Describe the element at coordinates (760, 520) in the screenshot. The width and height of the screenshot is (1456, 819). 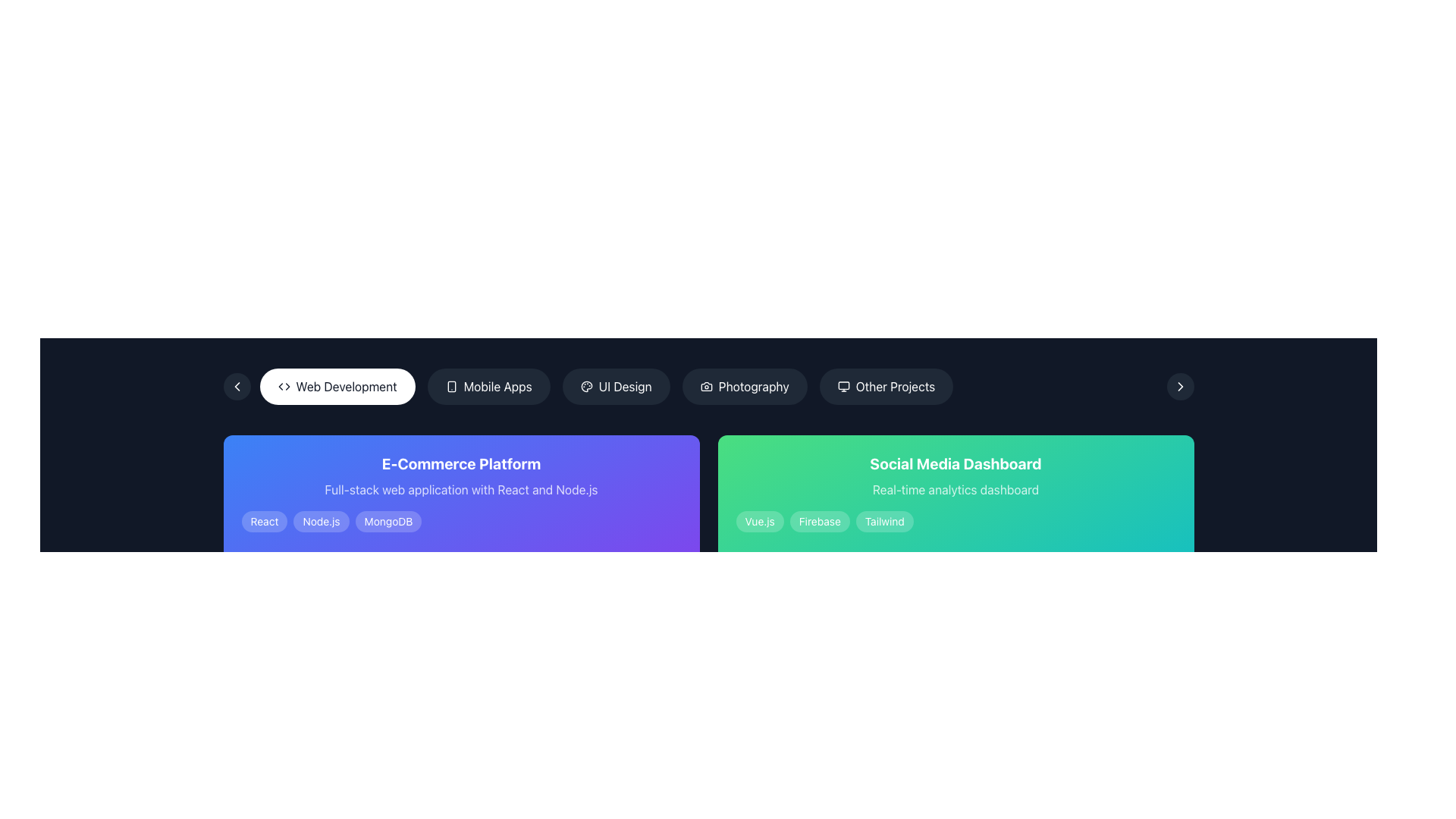
I see `the first tag or label element in the horizontal list on the green panel labeled 'Social Media Dashboard', which is positioned to the left of 'Firebase' and 'Tailwind'` at that location.